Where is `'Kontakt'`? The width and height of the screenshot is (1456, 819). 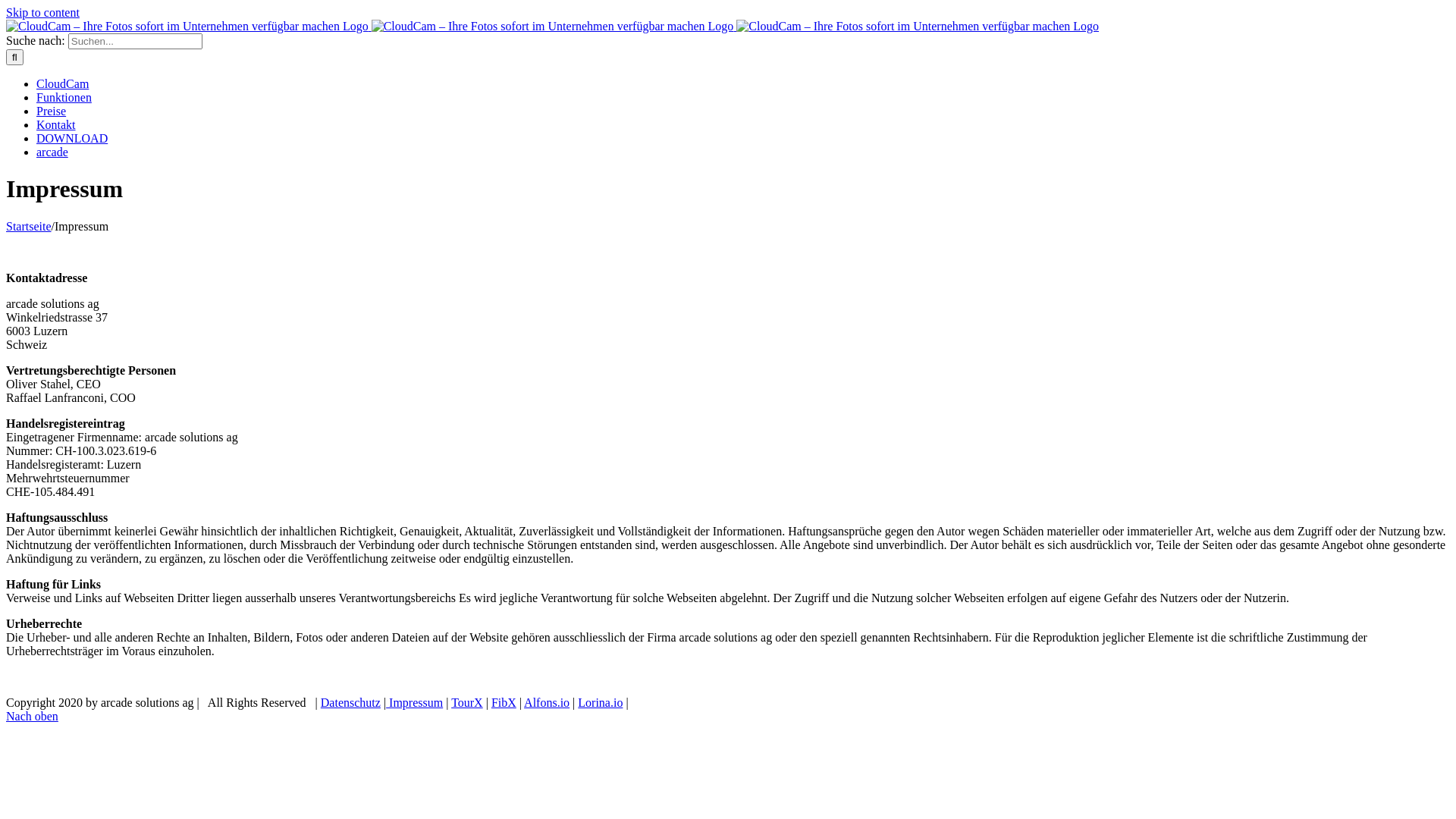 'Kontakt' is located at coordinates (55, 124).